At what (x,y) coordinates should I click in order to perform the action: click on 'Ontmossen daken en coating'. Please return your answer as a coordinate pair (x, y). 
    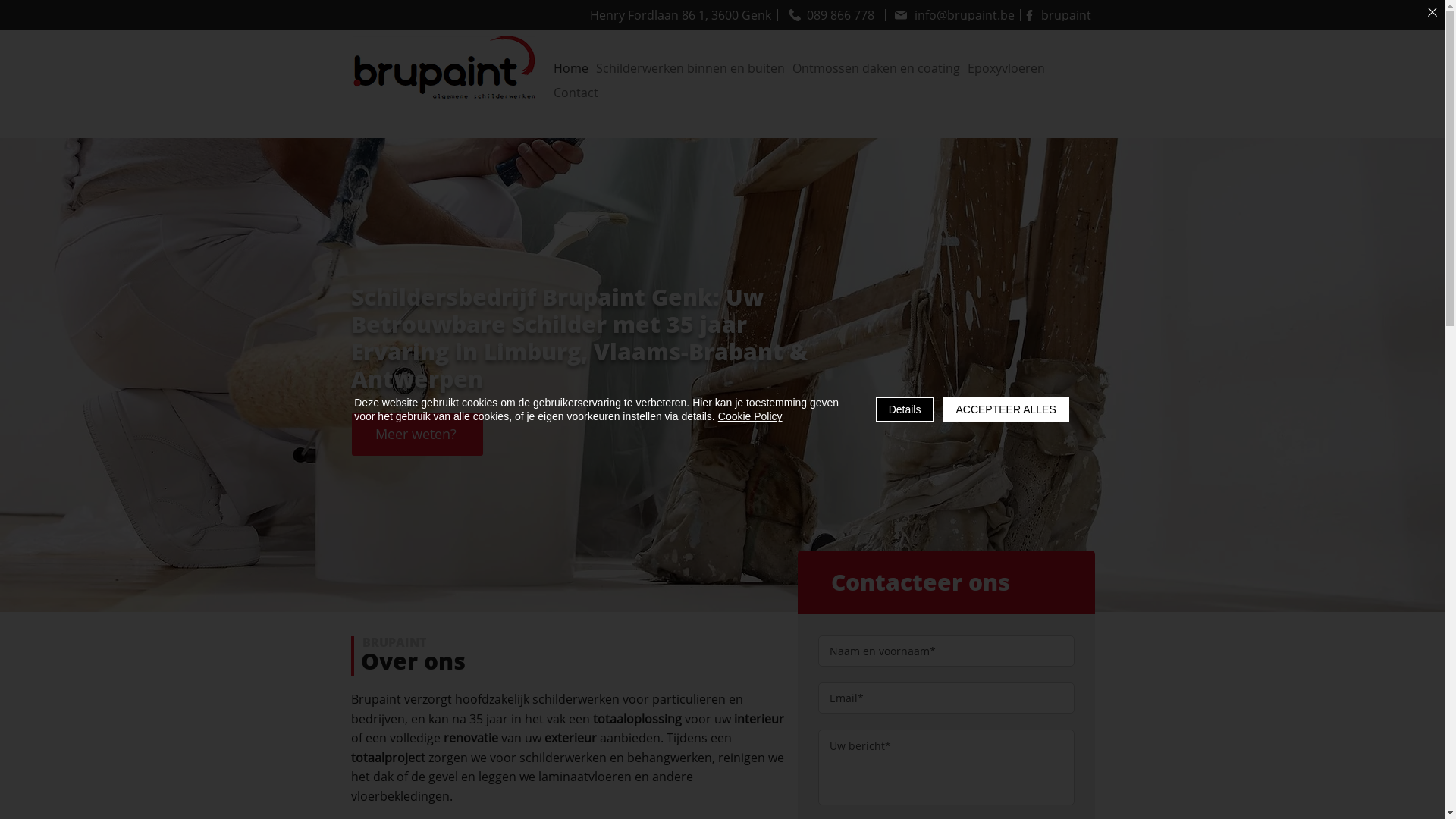
    Looking at the image, I should click on (875, 67).